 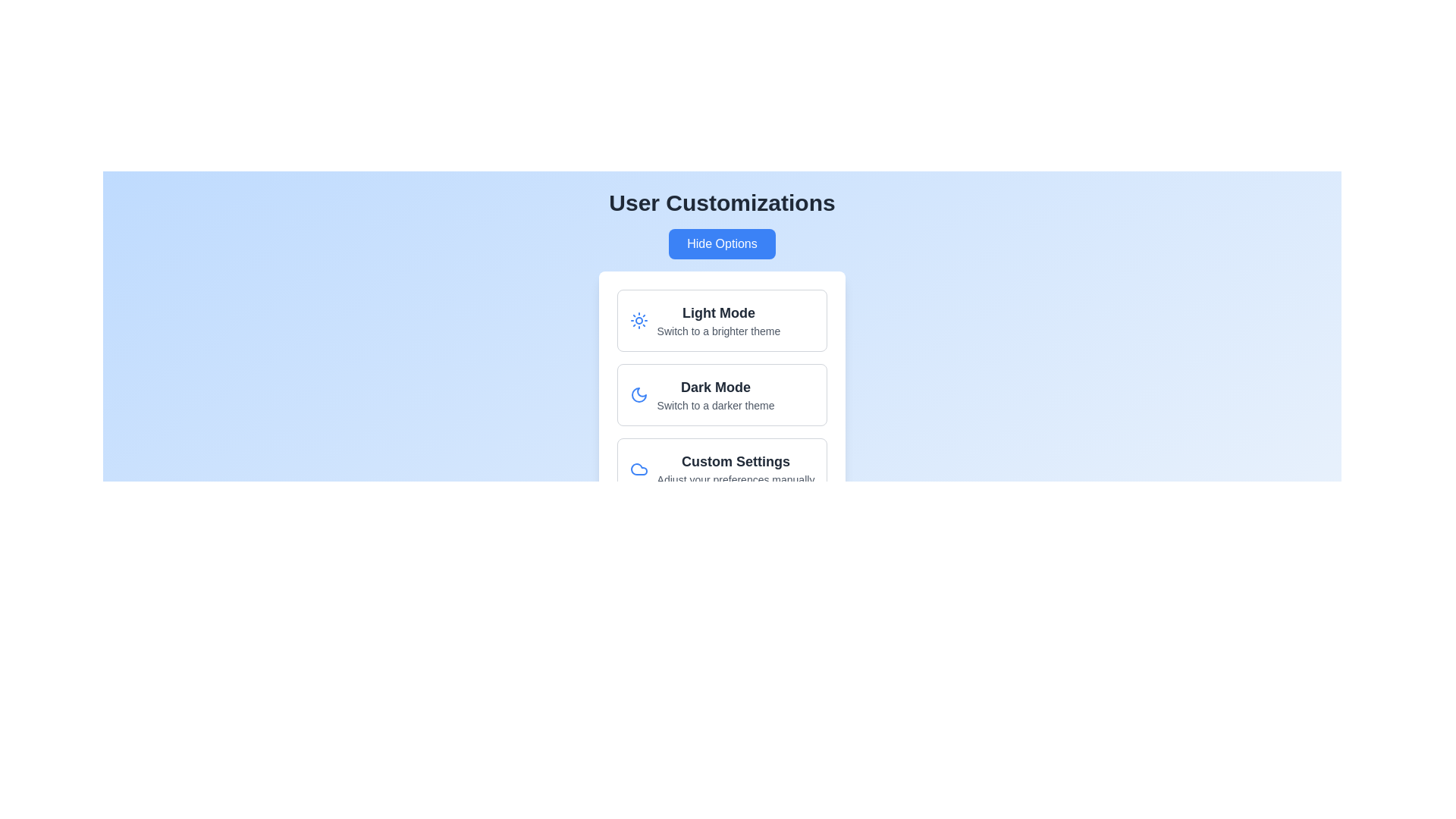 What do you see at coordinates (638, 468) in the screenshot?
I see `the icon representing Custom Settings to select it` at bounding box center [638, 468].